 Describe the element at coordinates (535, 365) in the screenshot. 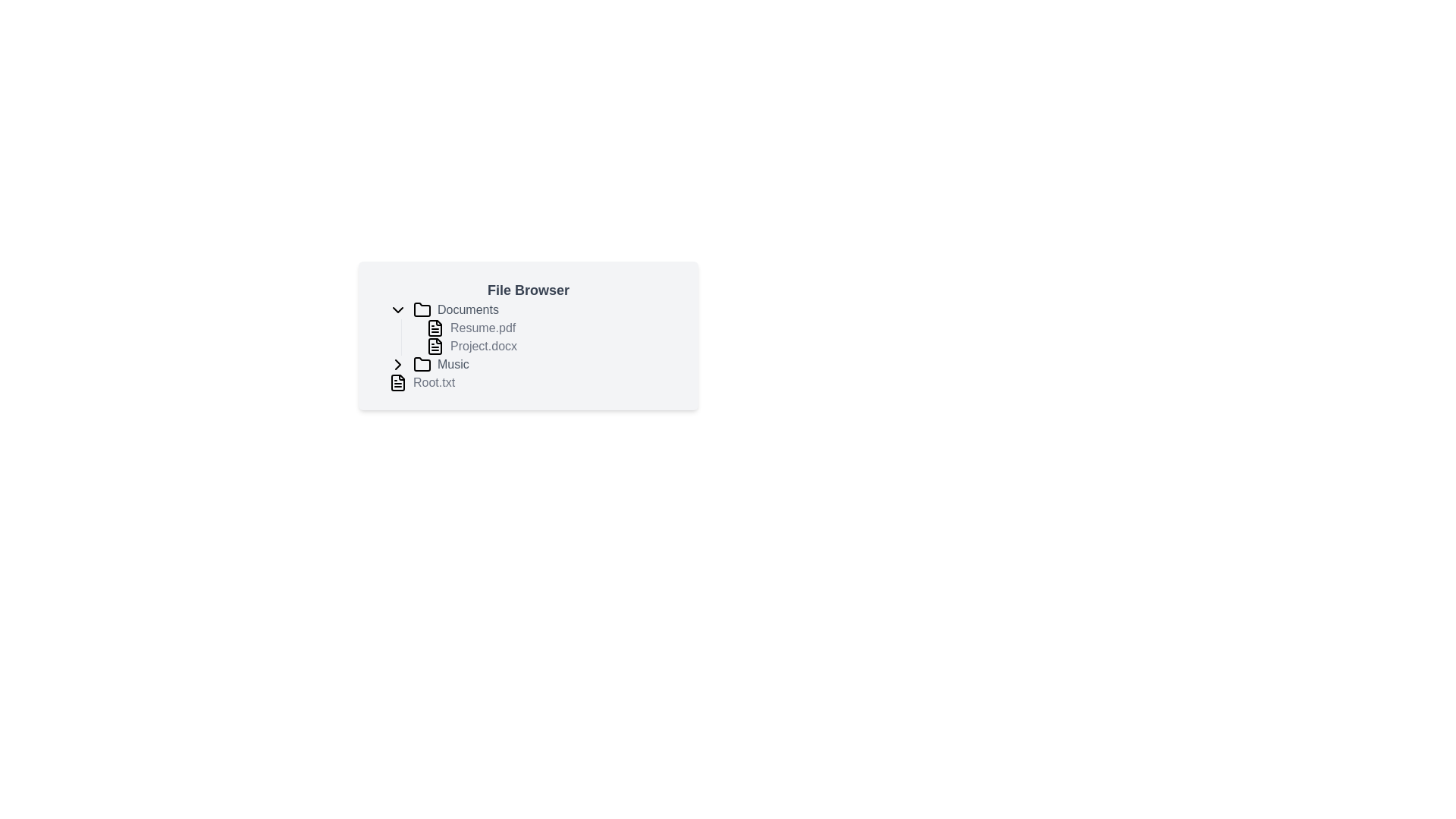

I see `the second row folder entry in the file browser, located between 'Documents' and 'Root.txt'` at that location.